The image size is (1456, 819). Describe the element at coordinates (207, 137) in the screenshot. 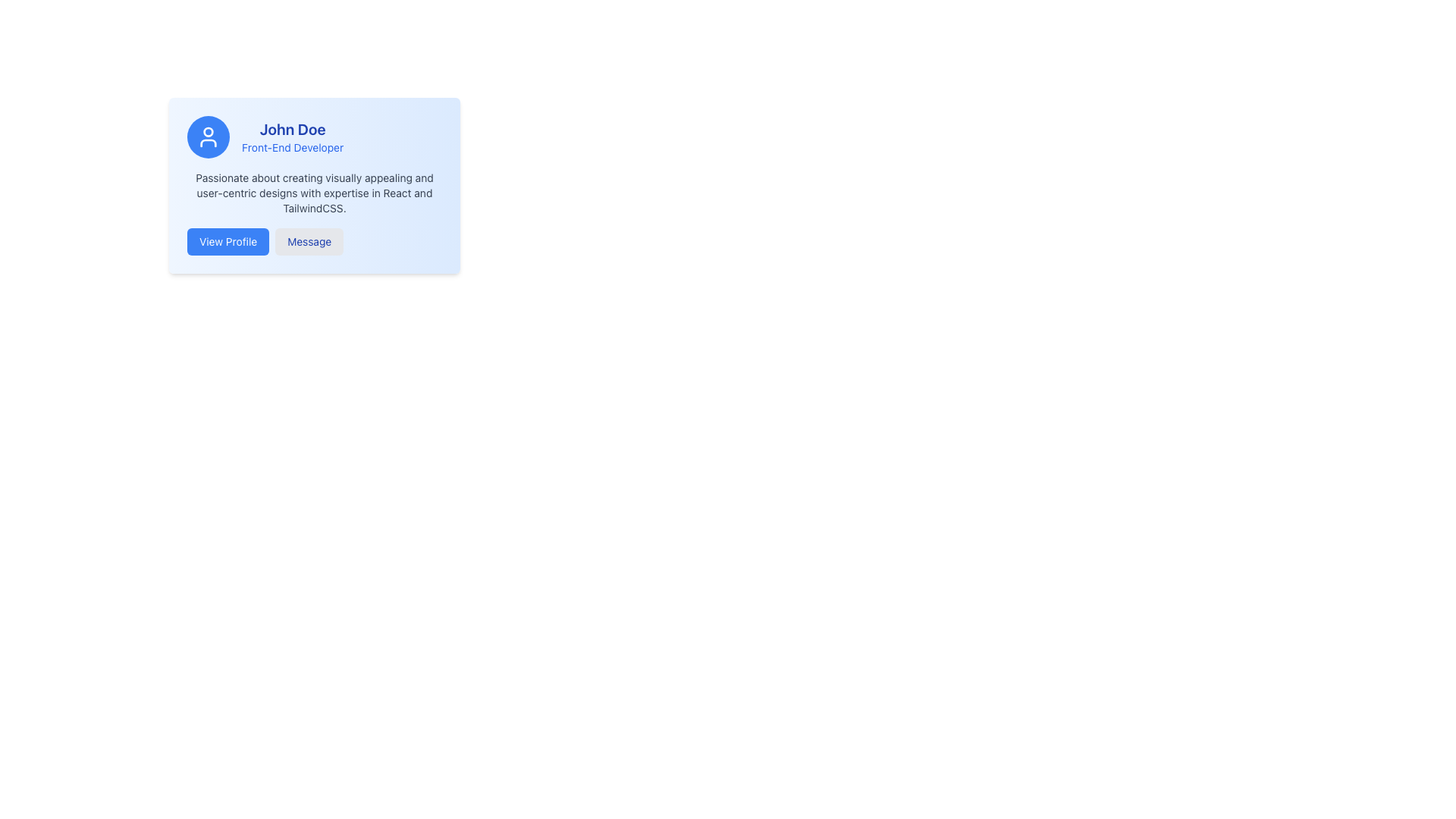

I see `the circular user profile icon featuring a white minimalist glyph on a blue background, located on the leftmost side of the layout, aligned with the text 'John Doe' and 'Front-End Developer'` at that location.